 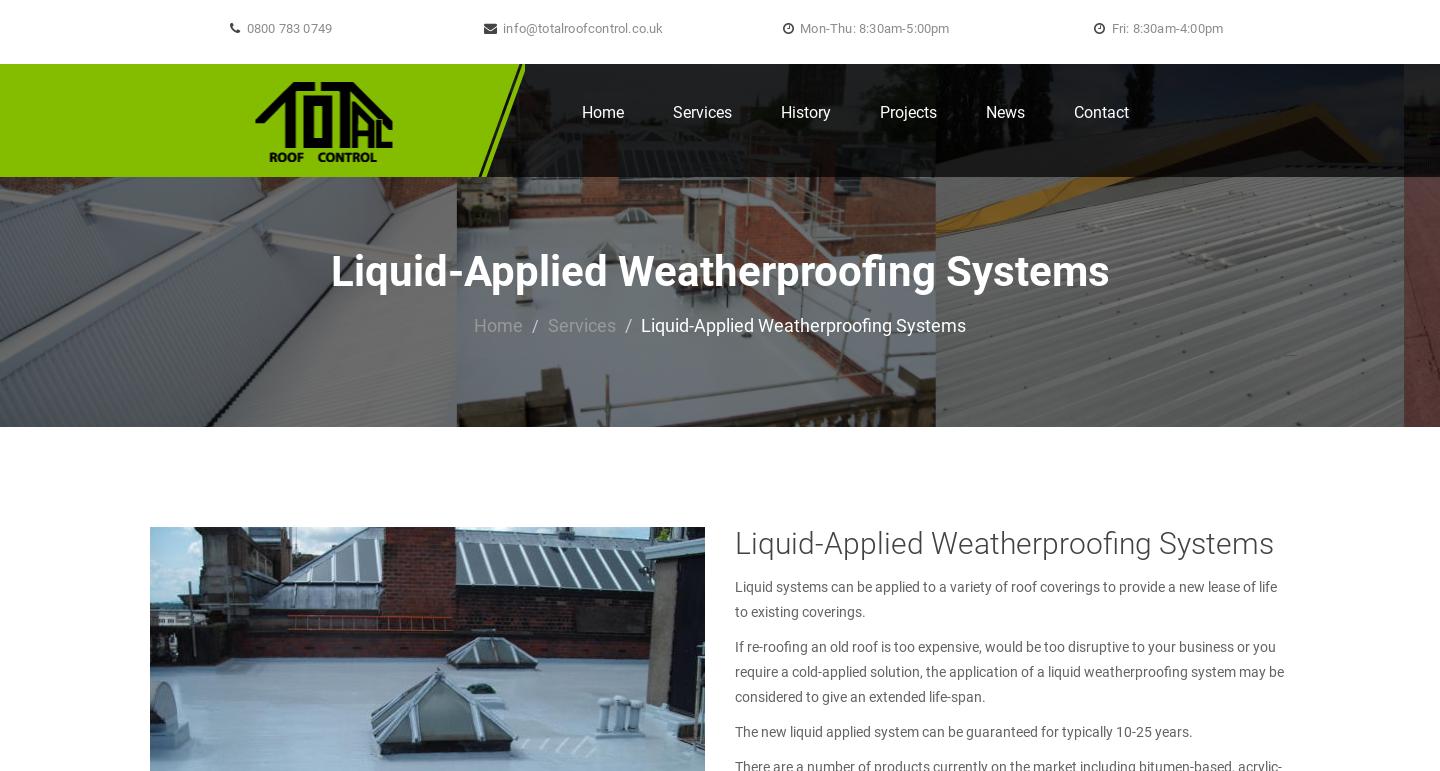 I want to click on 'Mon-Thu: 8:30am-5:00pm', so click(x=871, y=28).